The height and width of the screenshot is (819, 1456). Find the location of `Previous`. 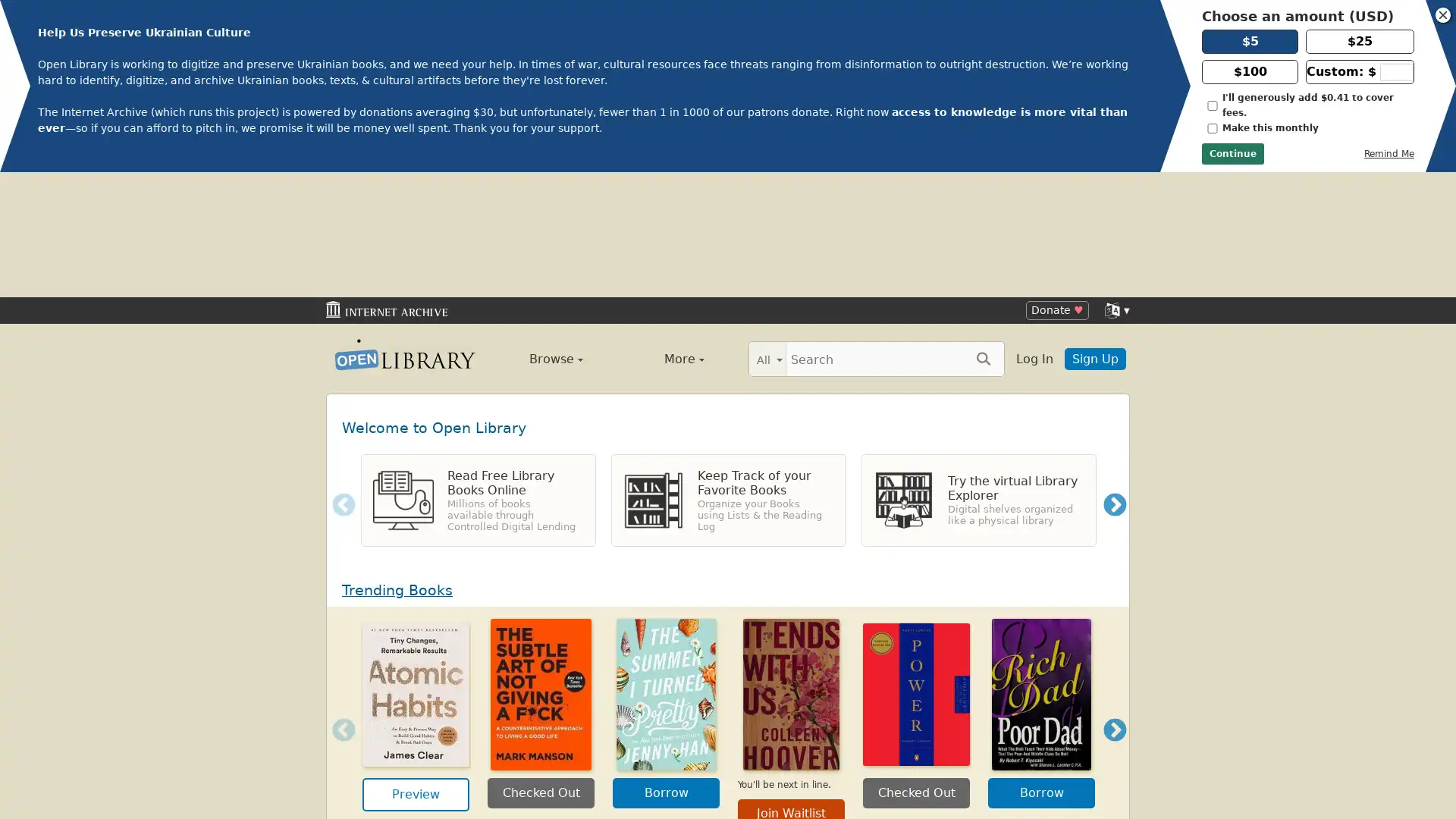

Previous is located at coordinates (337, 604).